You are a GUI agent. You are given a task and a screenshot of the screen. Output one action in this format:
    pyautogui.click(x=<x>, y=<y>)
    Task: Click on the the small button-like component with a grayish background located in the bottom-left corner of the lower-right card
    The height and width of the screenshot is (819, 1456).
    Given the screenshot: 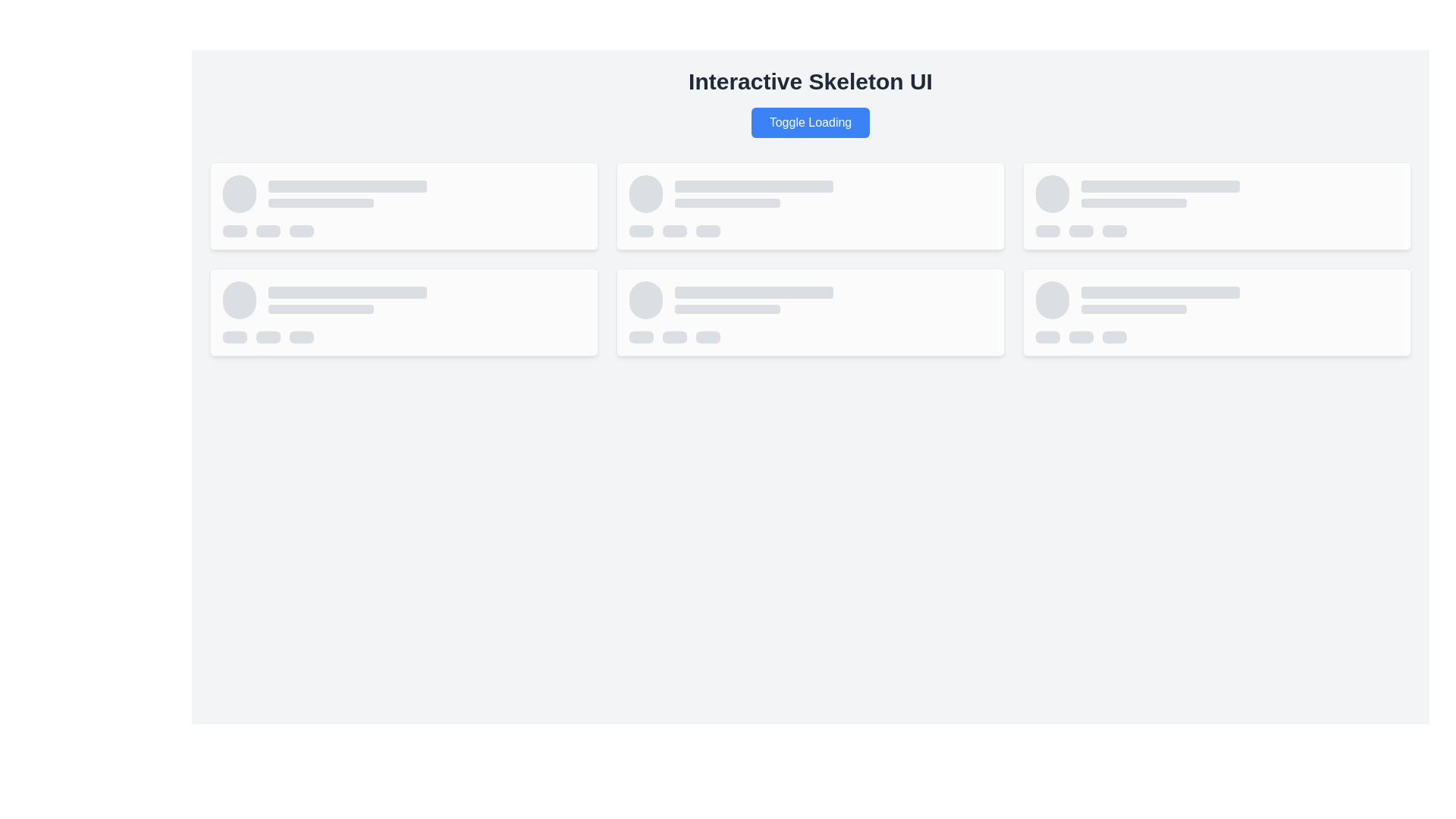 What is the action you would take?
    pyautogui.click(x=641, y=336)
    